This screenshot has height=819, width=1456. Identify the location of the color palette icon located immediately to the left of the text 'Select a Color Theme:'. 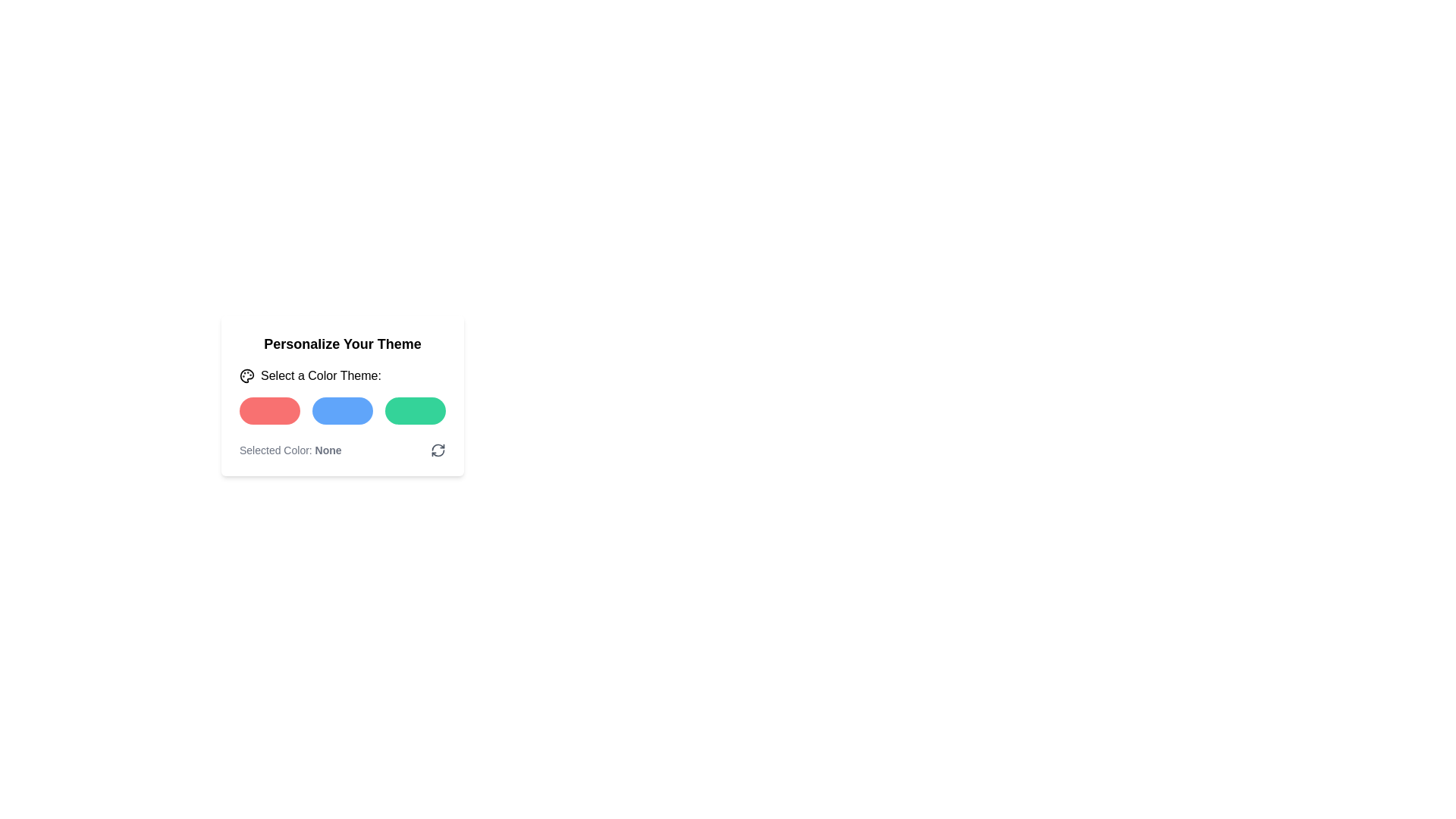
(247, 375).